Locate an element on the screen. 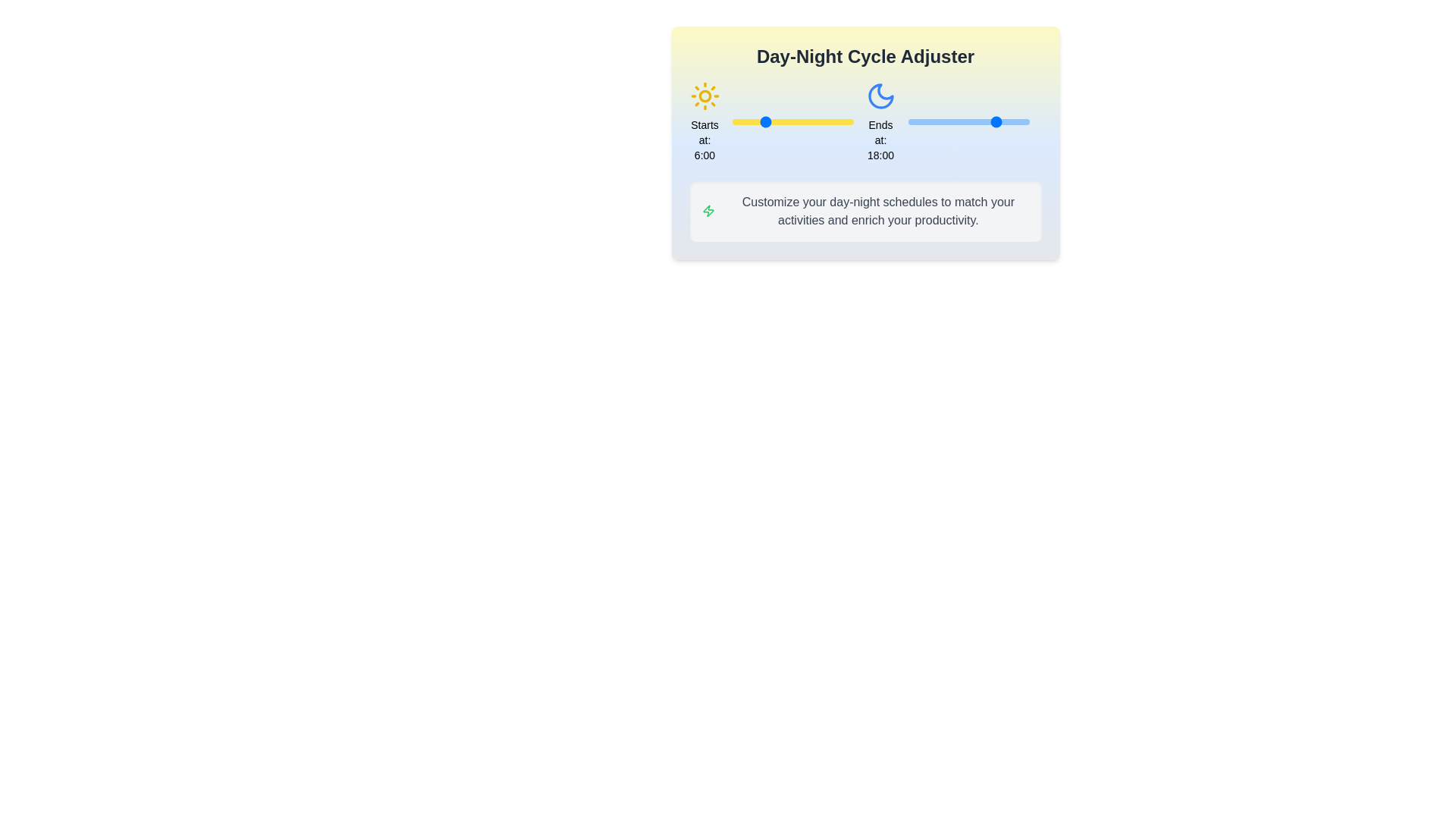  the end time of the day cycle to 23 hours using the right slider is located at coordinates (1024, 121).